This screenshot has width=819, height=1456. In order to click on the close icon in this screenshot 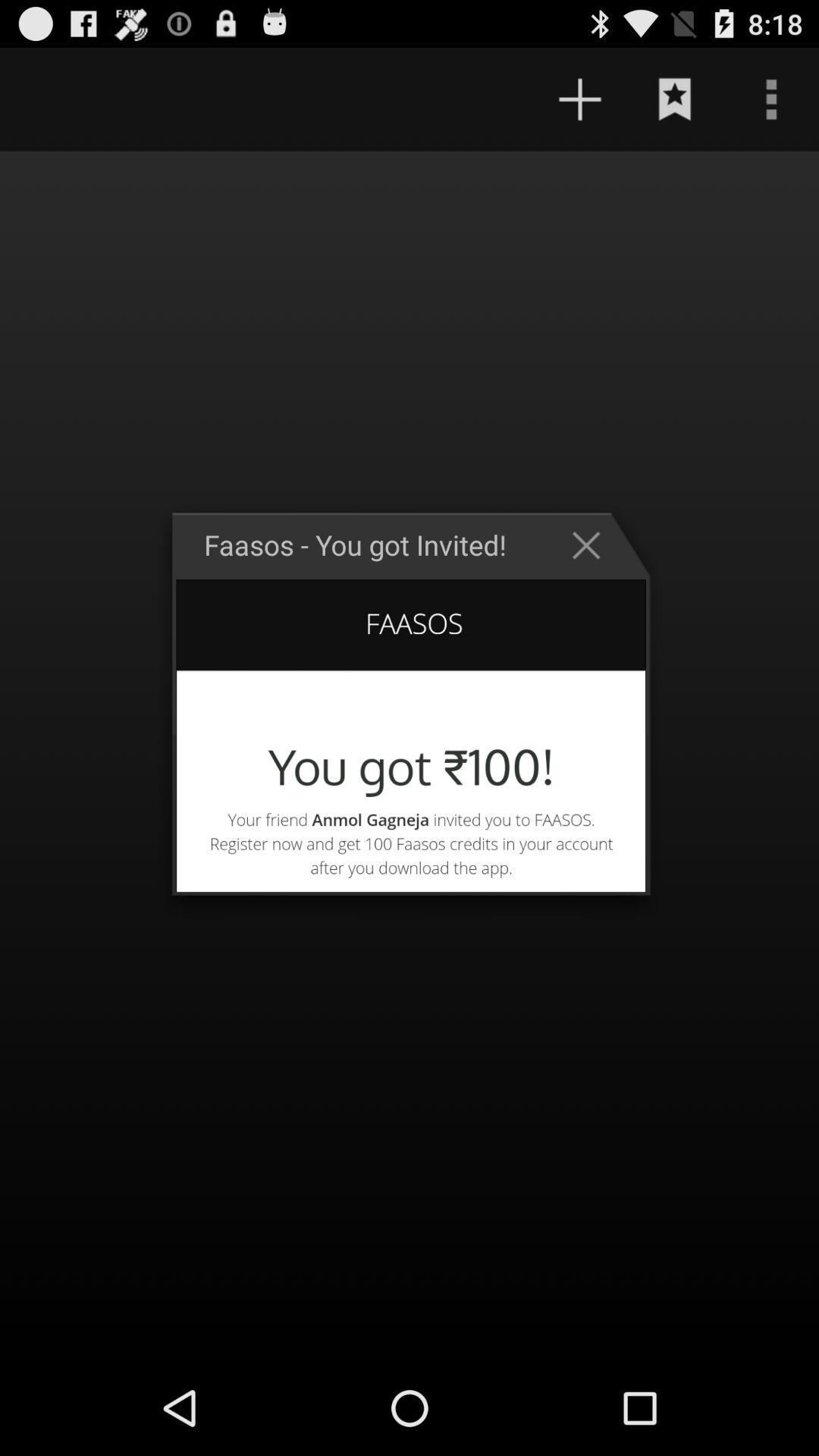, I will do `click(593, 582)`.